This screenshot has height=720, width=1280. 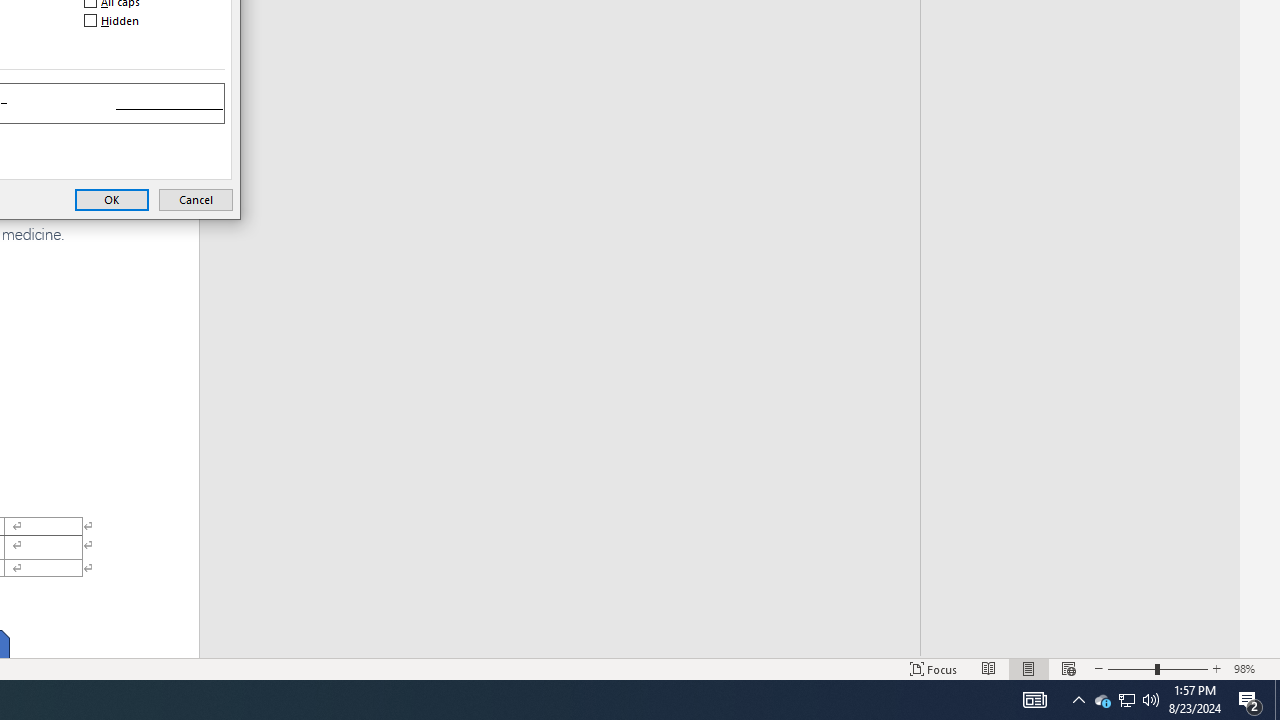 What do you see at coordinates (1250, 698) in the screenshot?
I see `'Action Center, 2 new notifications'` at bounding box center [1250, 698].